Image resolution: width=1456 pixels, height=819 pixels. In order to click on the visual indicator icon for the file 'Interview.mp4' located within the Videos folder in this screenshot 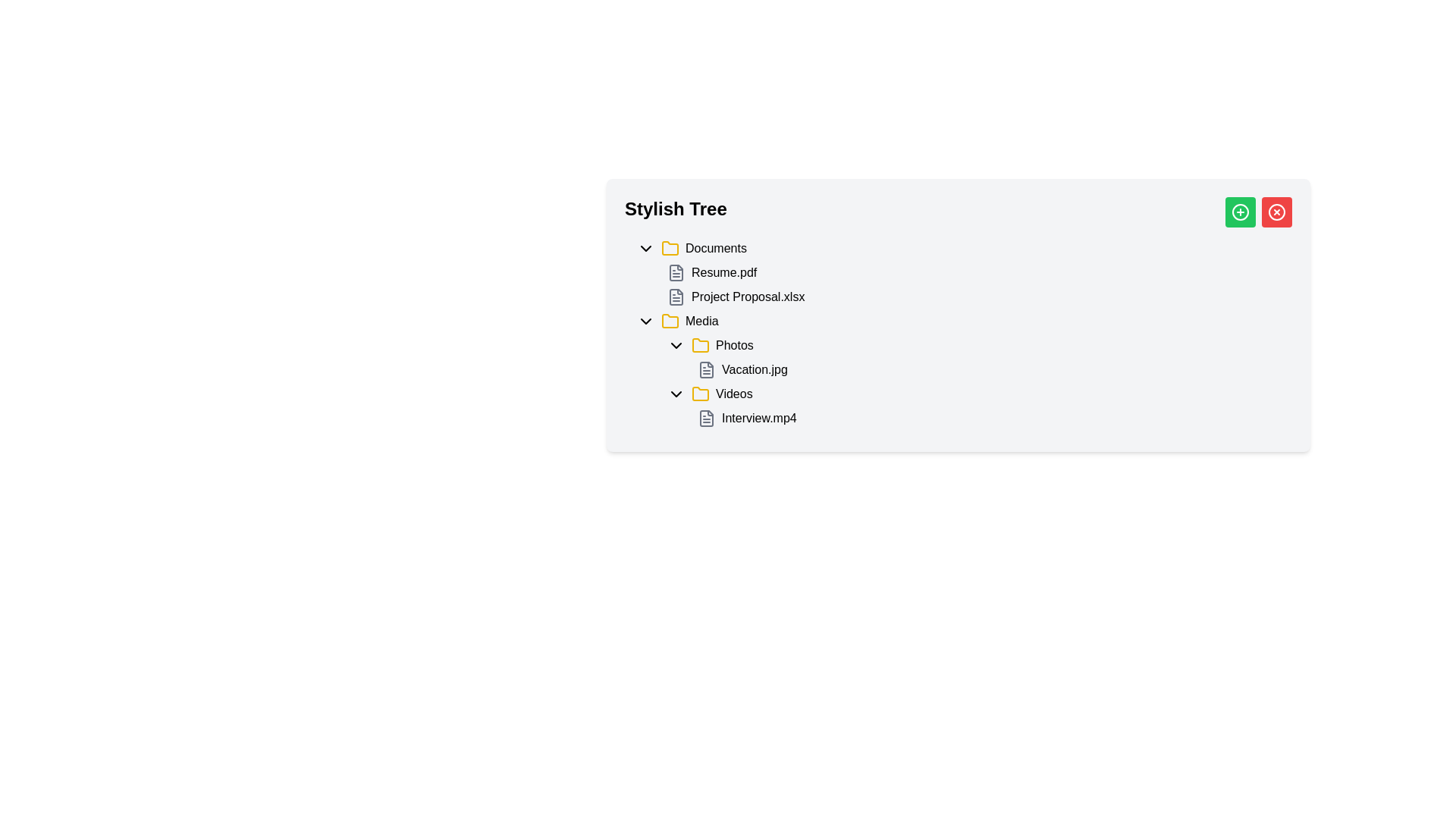, I will do `click(705, 418)`.